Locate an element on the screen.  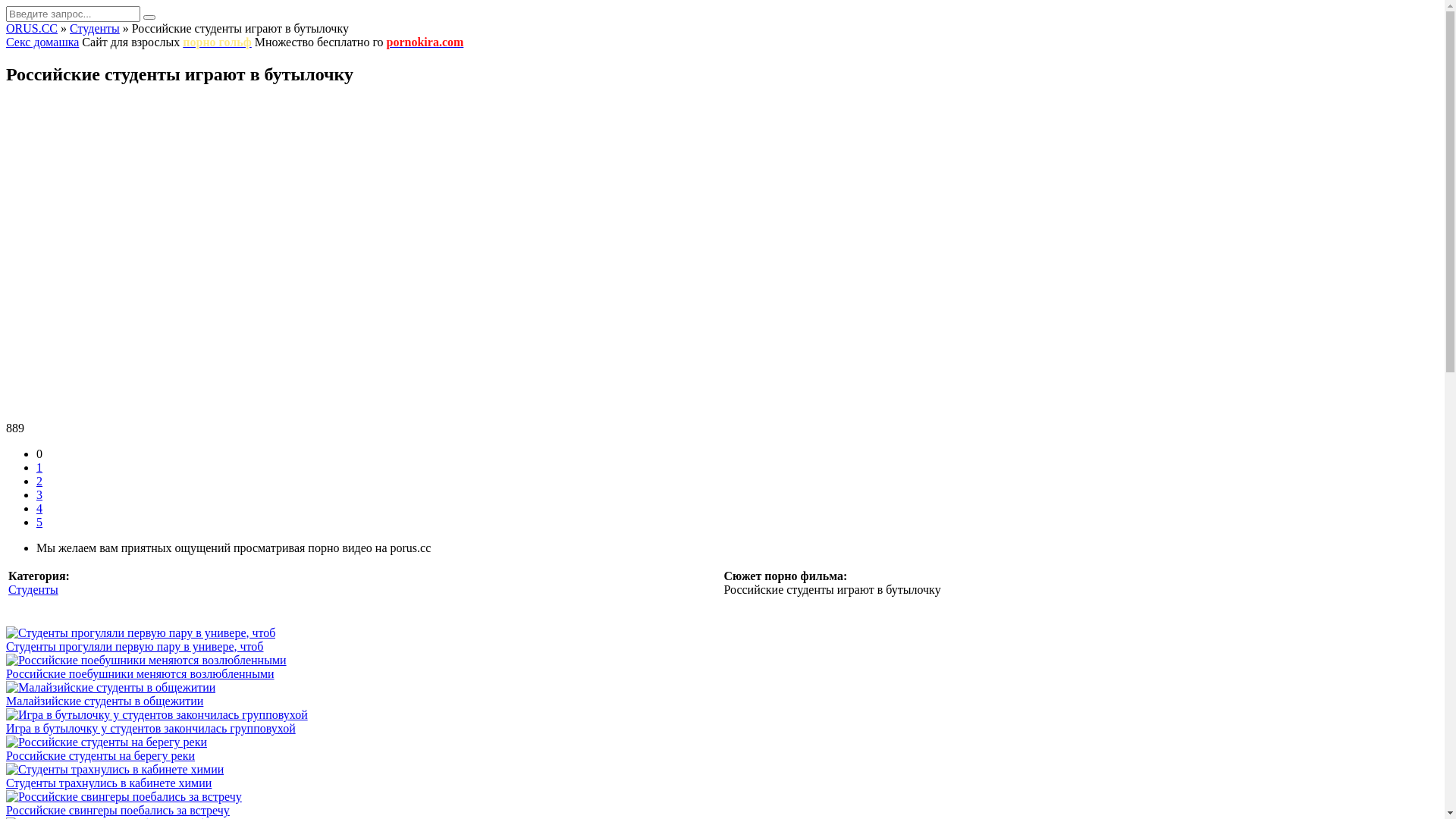
'ORUS.CC' is located at coordinates (32, 28).